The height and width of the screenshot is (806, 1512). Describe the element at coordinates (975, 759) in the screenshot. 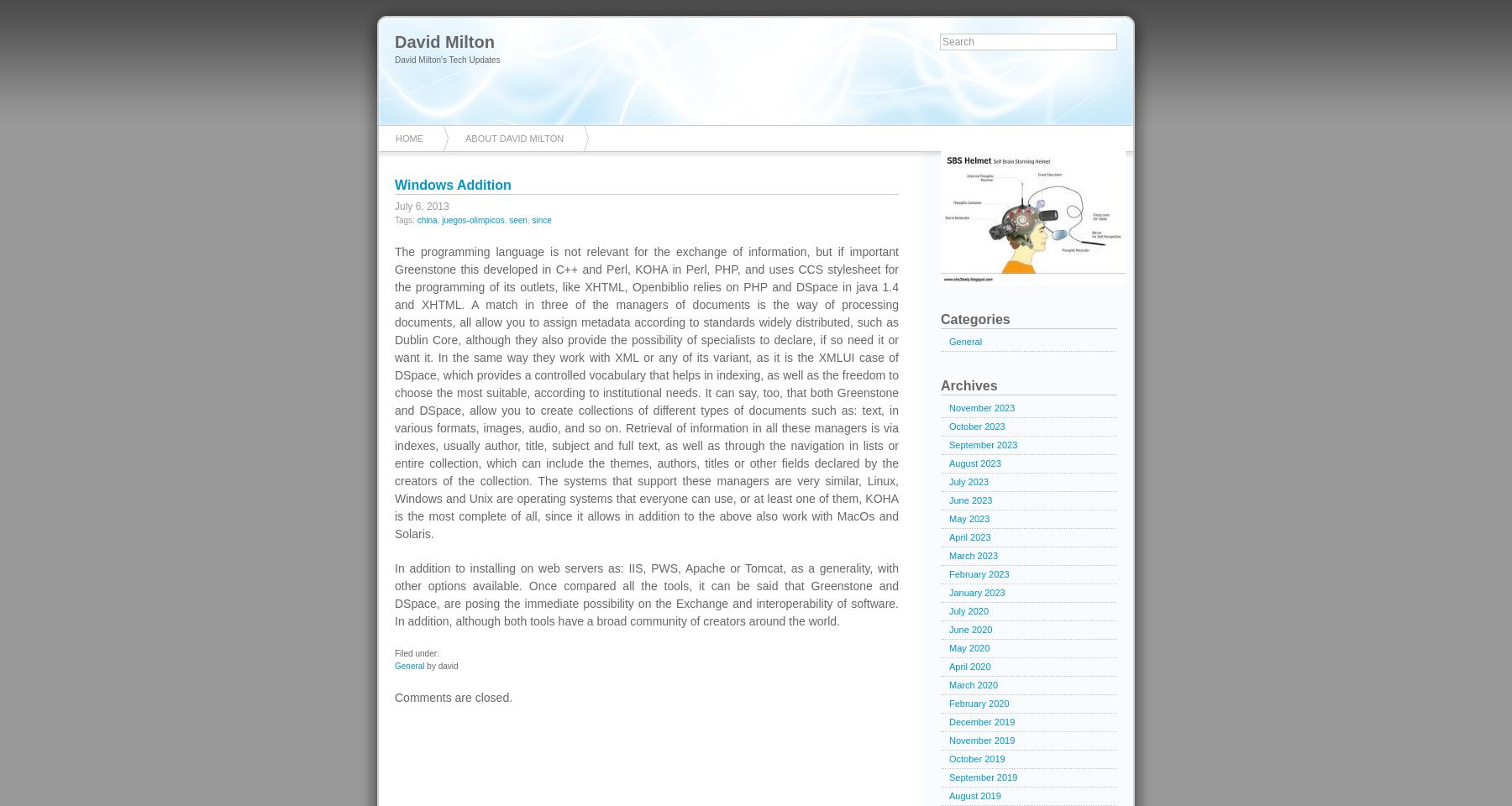

I see `'October 2019'` at that location.